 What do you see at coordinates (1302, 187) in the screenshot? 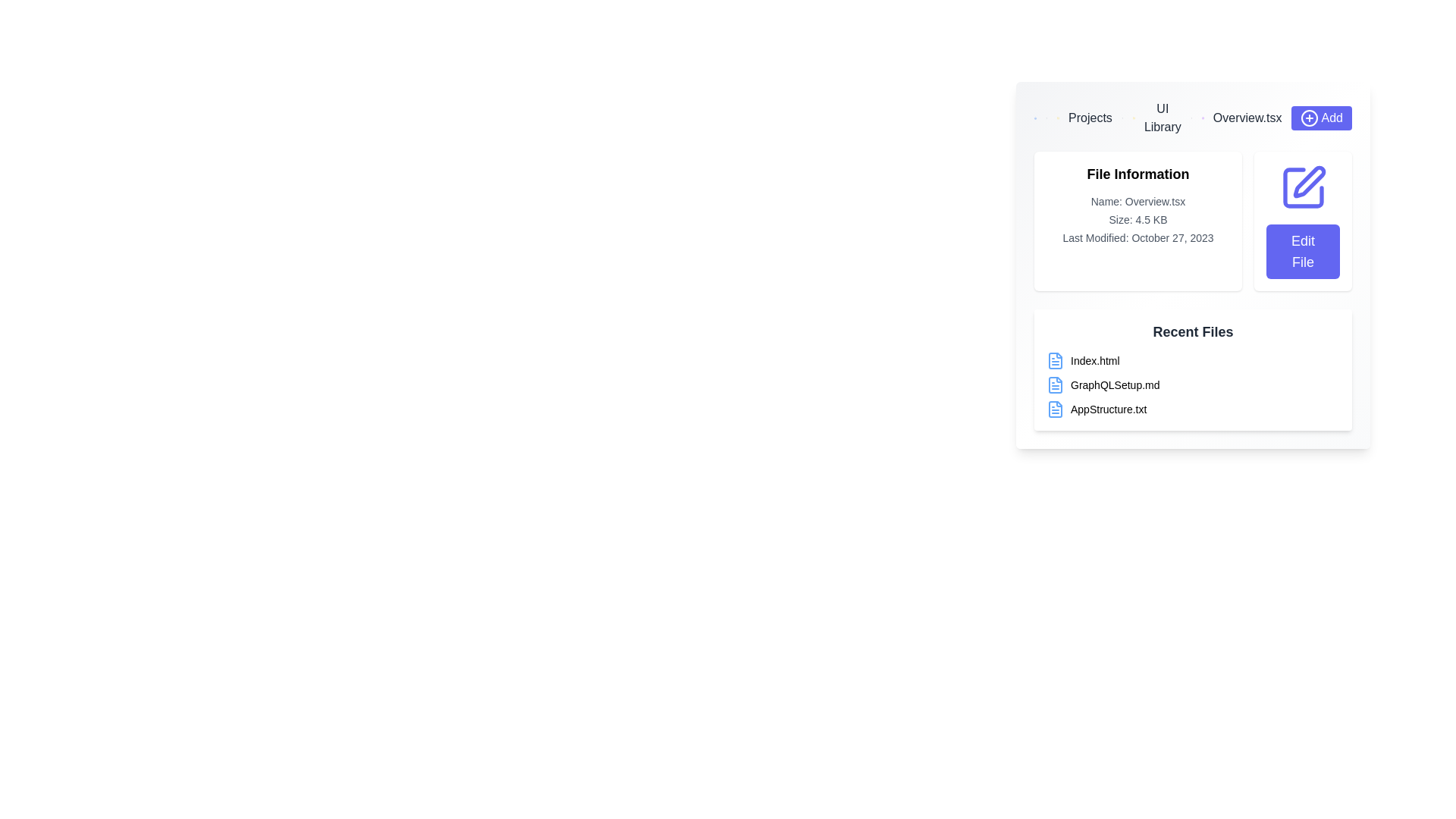
I see `the SVG icon representing an editing function, which is identified by the class 'lucide lucide-square-pen'` at bounding box center [1302, 187].